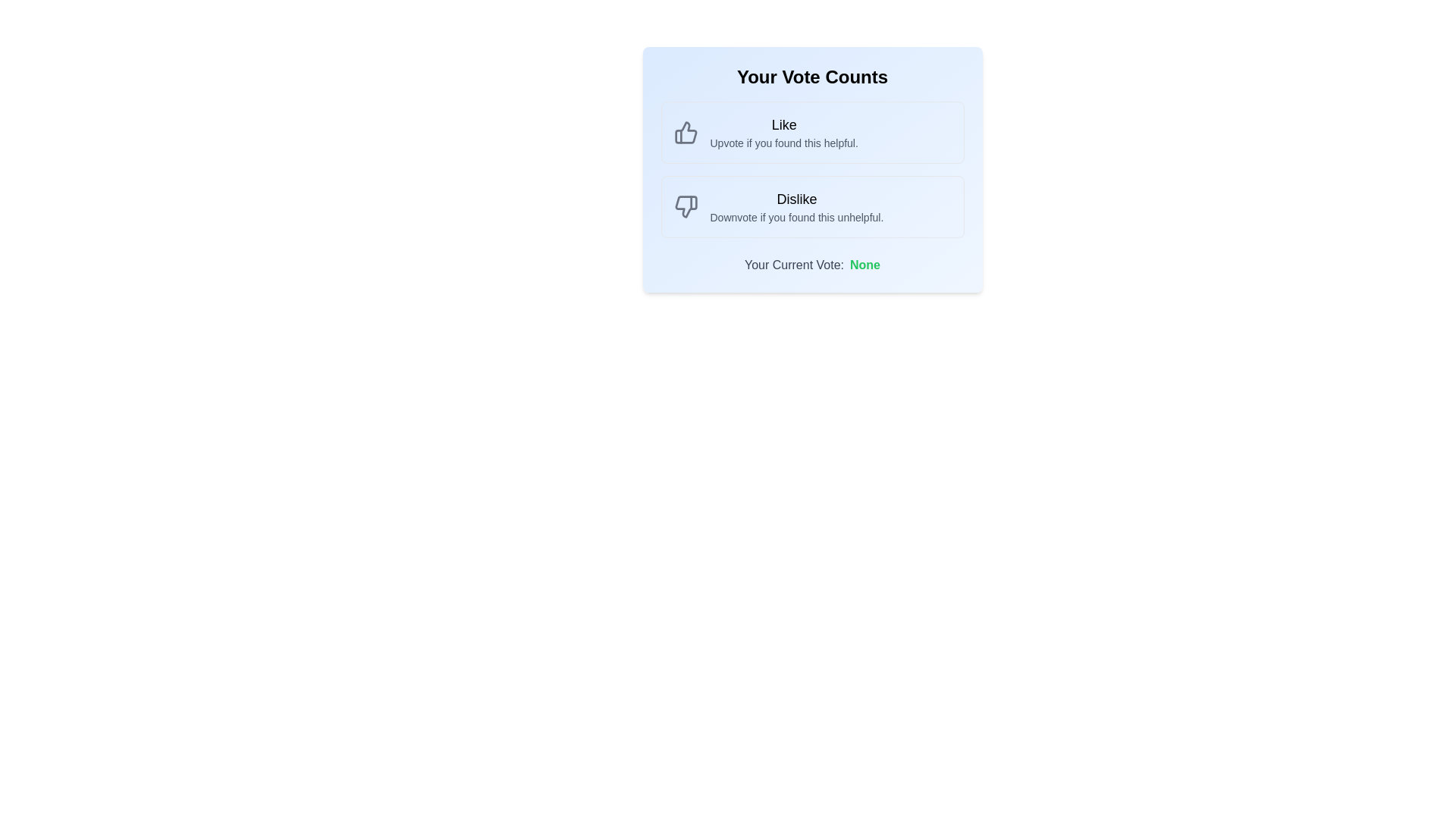  What do you see at coordinates (793, 264) in the screenshot?
I see `the Text Label that describes the user's current voting status, located to the left of the bold green text 'None' in the bottom section of the voting card interface` at bounding box center [793, 264].